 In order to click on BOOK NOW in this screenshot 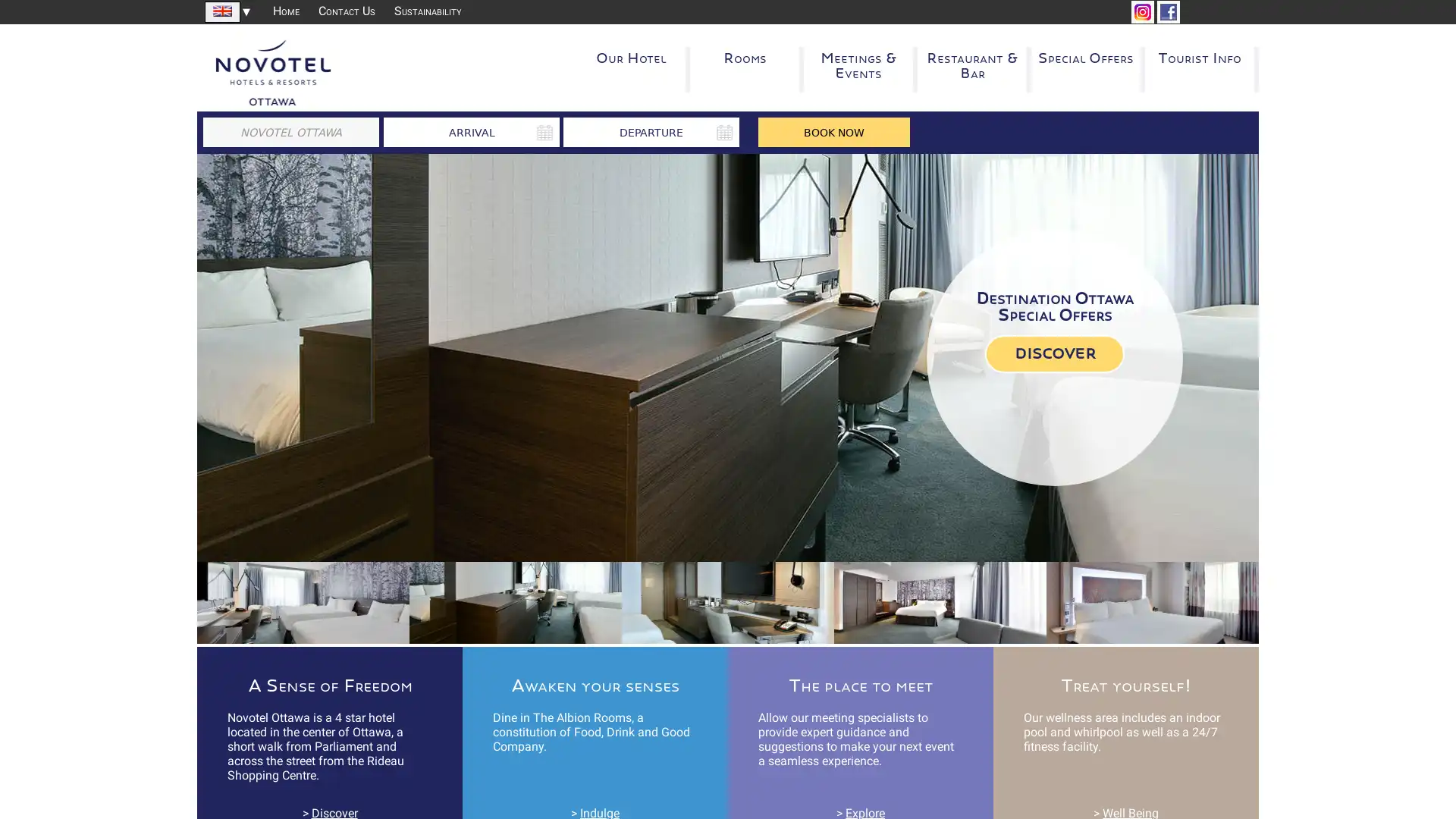, I will do `click(833, 131)`.